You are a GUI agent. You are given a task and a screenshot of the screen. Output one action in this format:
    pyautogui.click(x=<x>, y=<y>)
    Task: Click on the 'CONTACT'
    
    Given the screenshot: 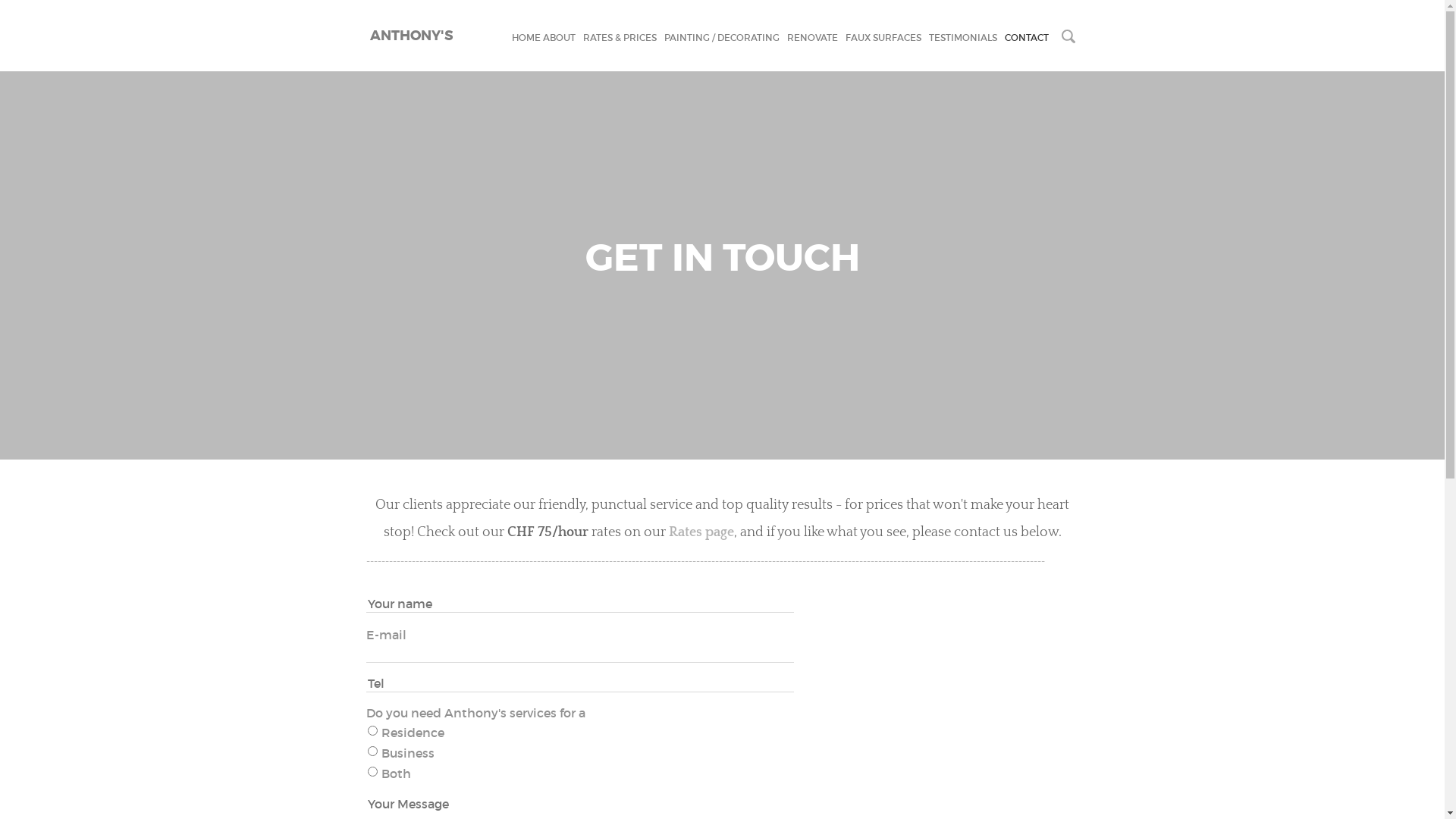 What is the action you would take?
    pyautogui.click(x=1026, y=36)
    